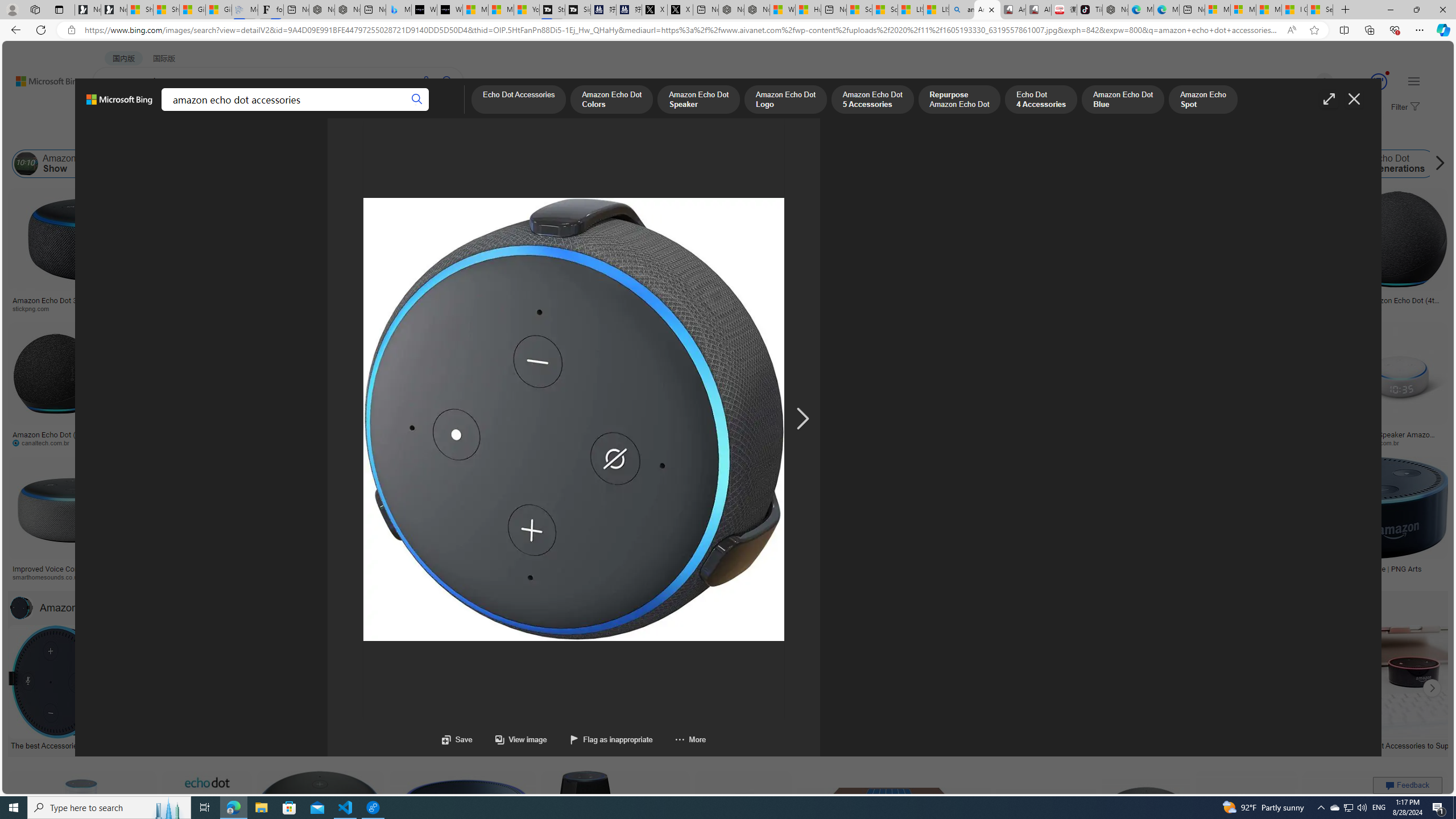 Image resolution: width=1456 pixels, height=819 pixels. What do you see at coordinates (212, 135) in the screenshot?
I see `'Type'` at bounding box center [212, 135].